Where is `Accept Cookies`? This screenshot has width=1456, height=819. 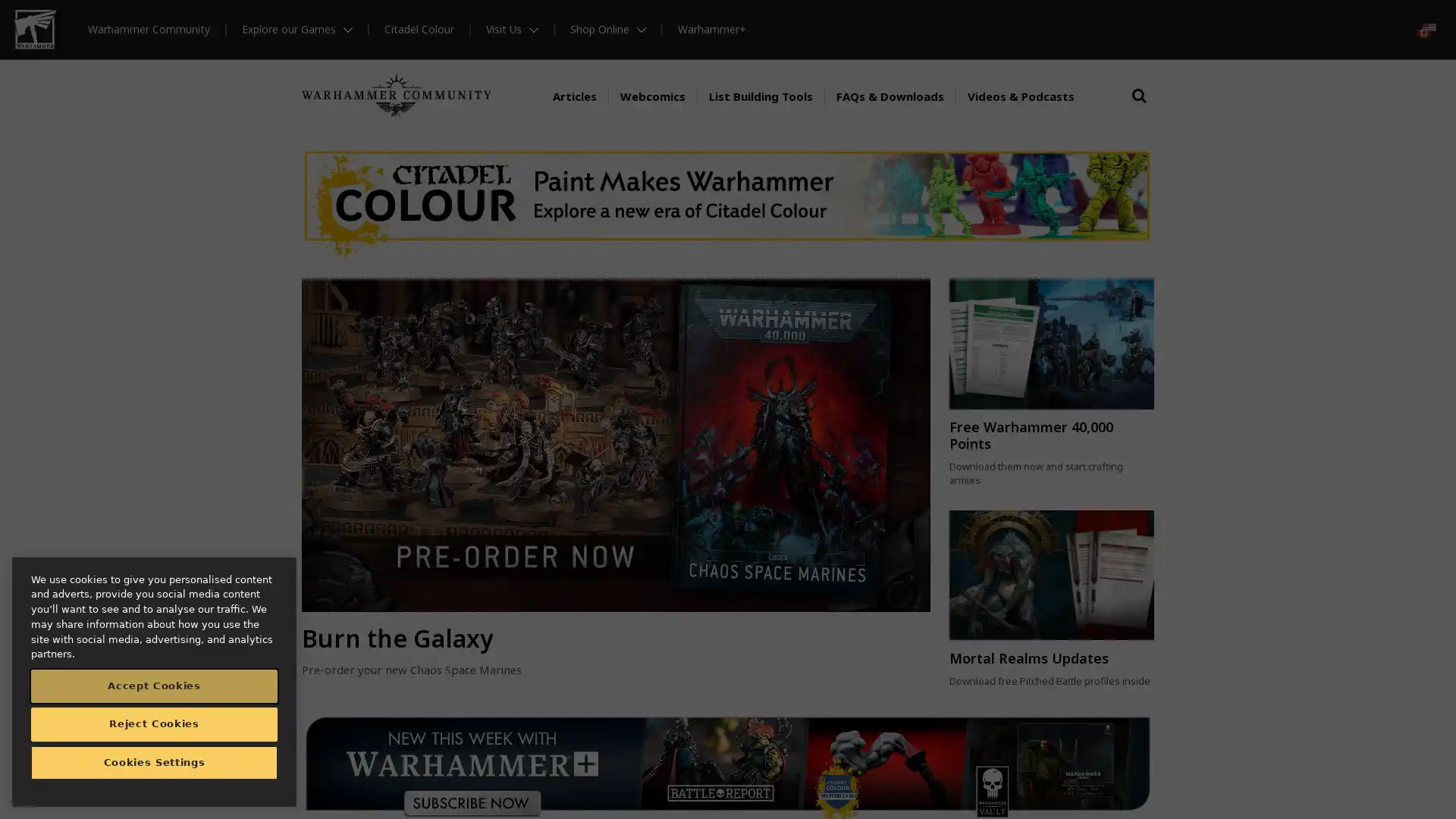
Accept Cookies is located at coordinates (154, 690).